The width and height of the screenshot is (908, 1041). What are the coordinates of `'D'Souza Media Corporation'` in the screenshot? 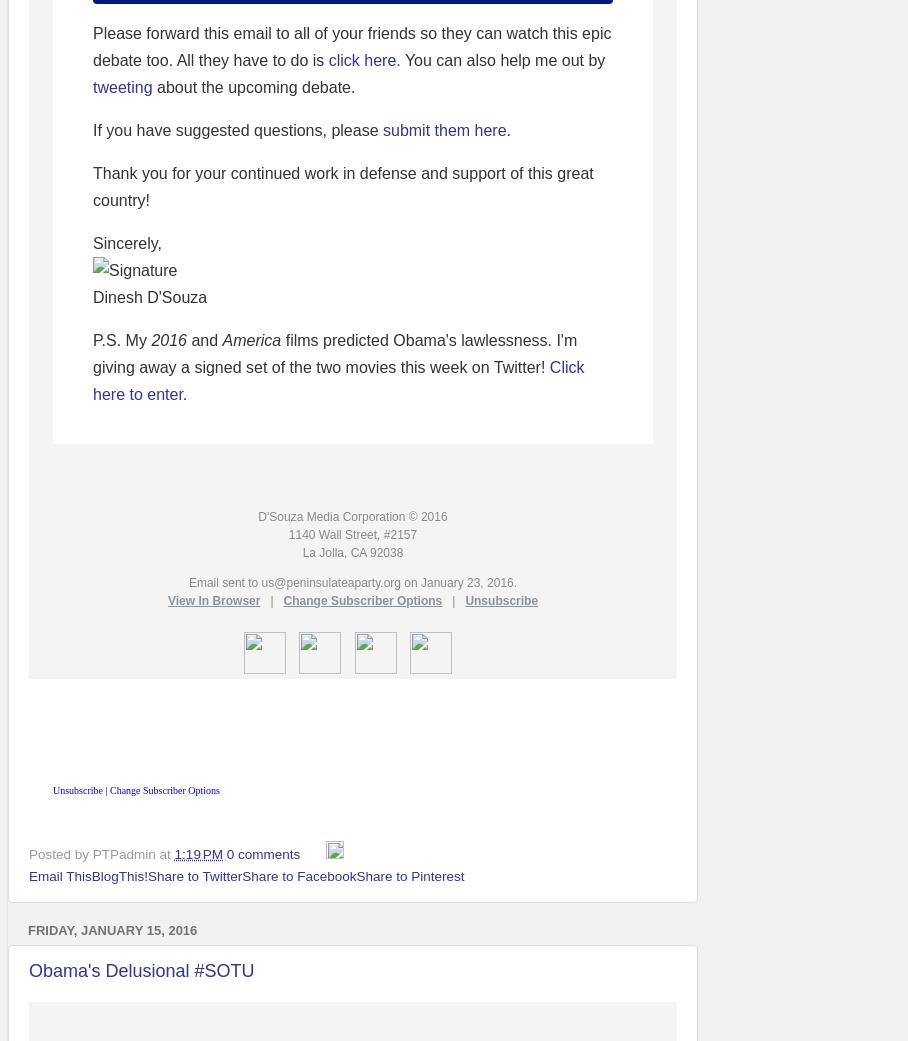 It's located at (330, 515).